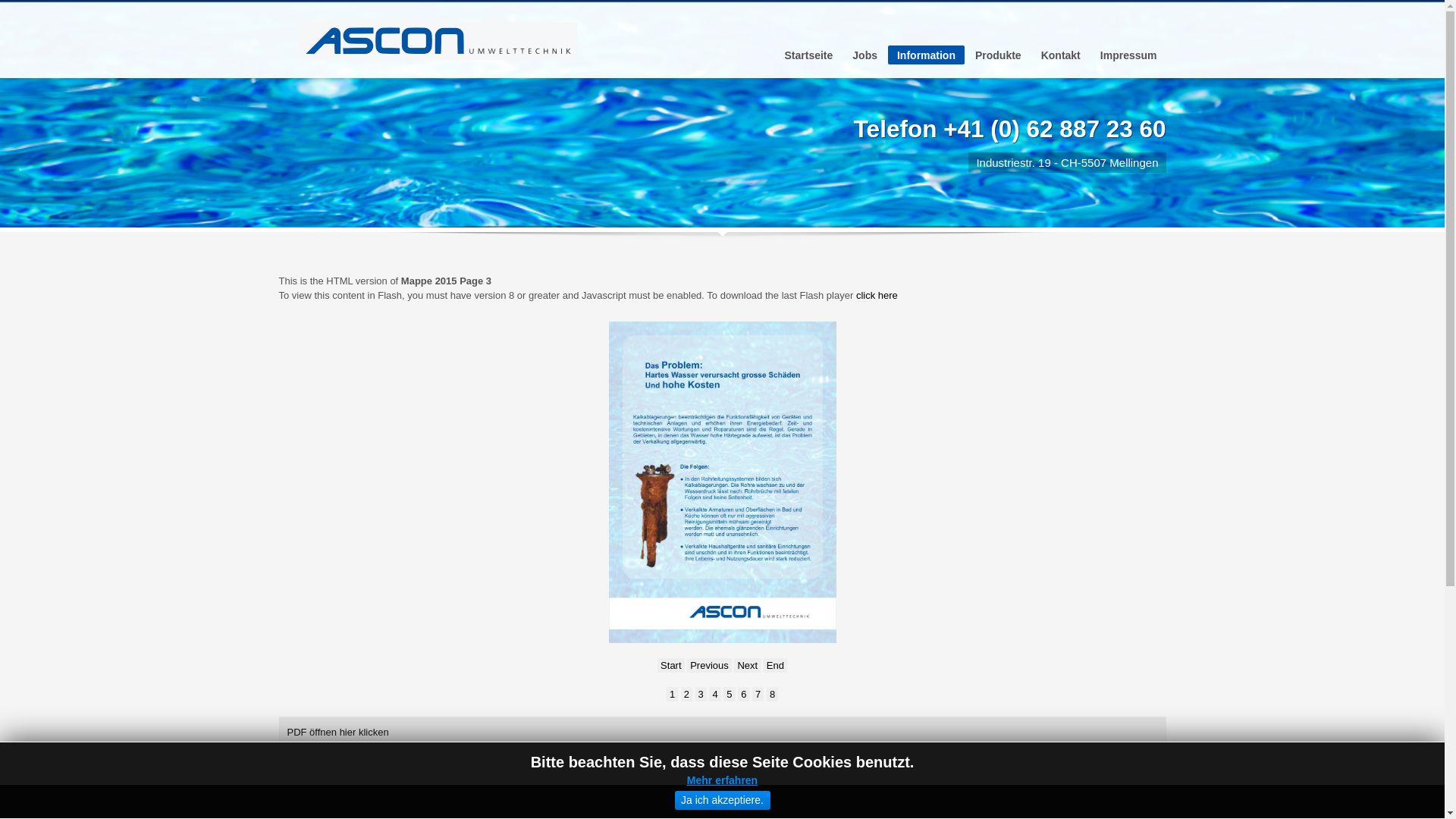 Image resolution: width=1456 pixels, height=819 pixels. Describe the element at coordinates (747, 664) in the screenshot. I see `'Next'` at that location.